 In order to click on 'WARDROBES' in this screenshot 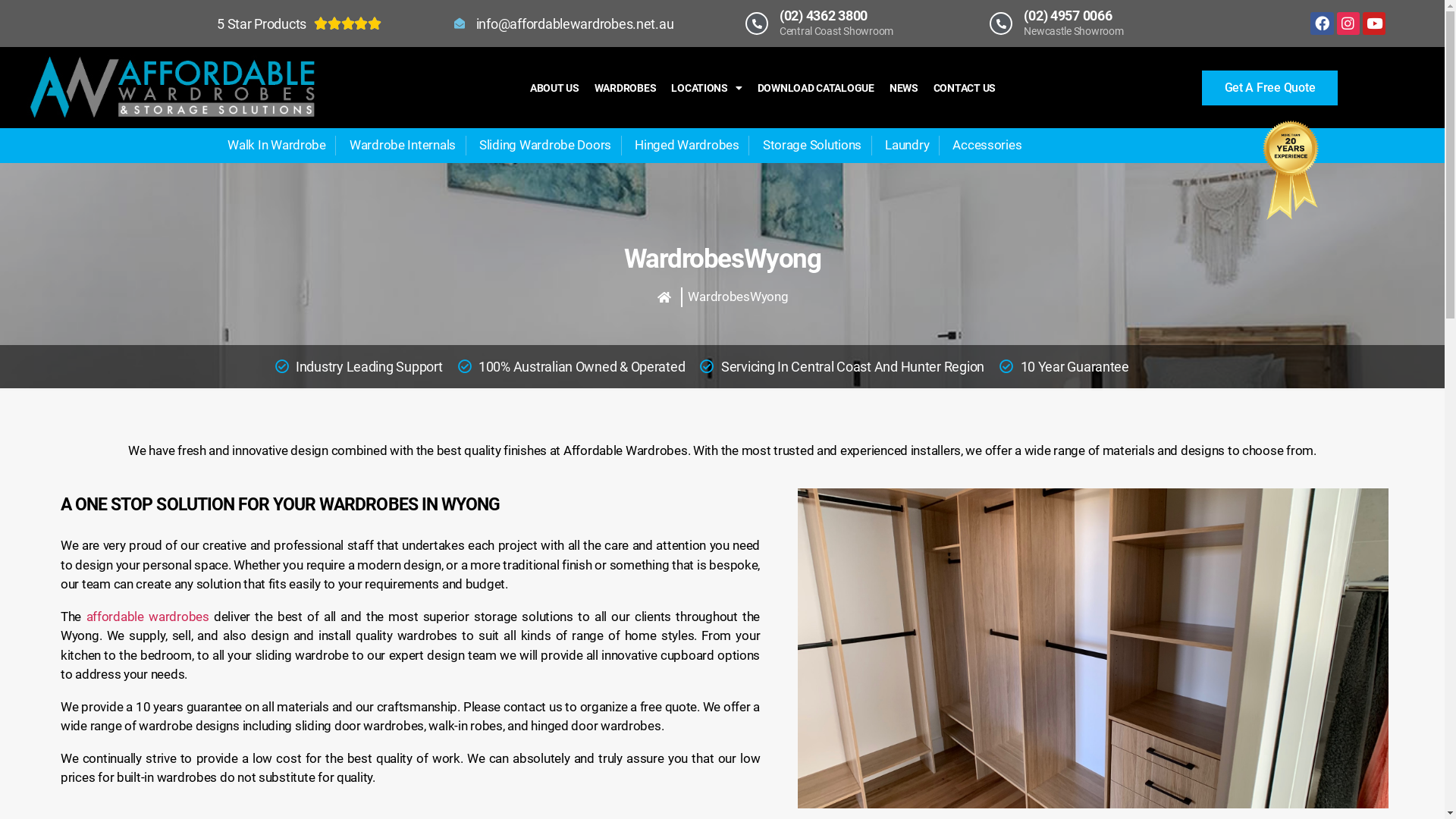, I will do `click(585, 87)`.